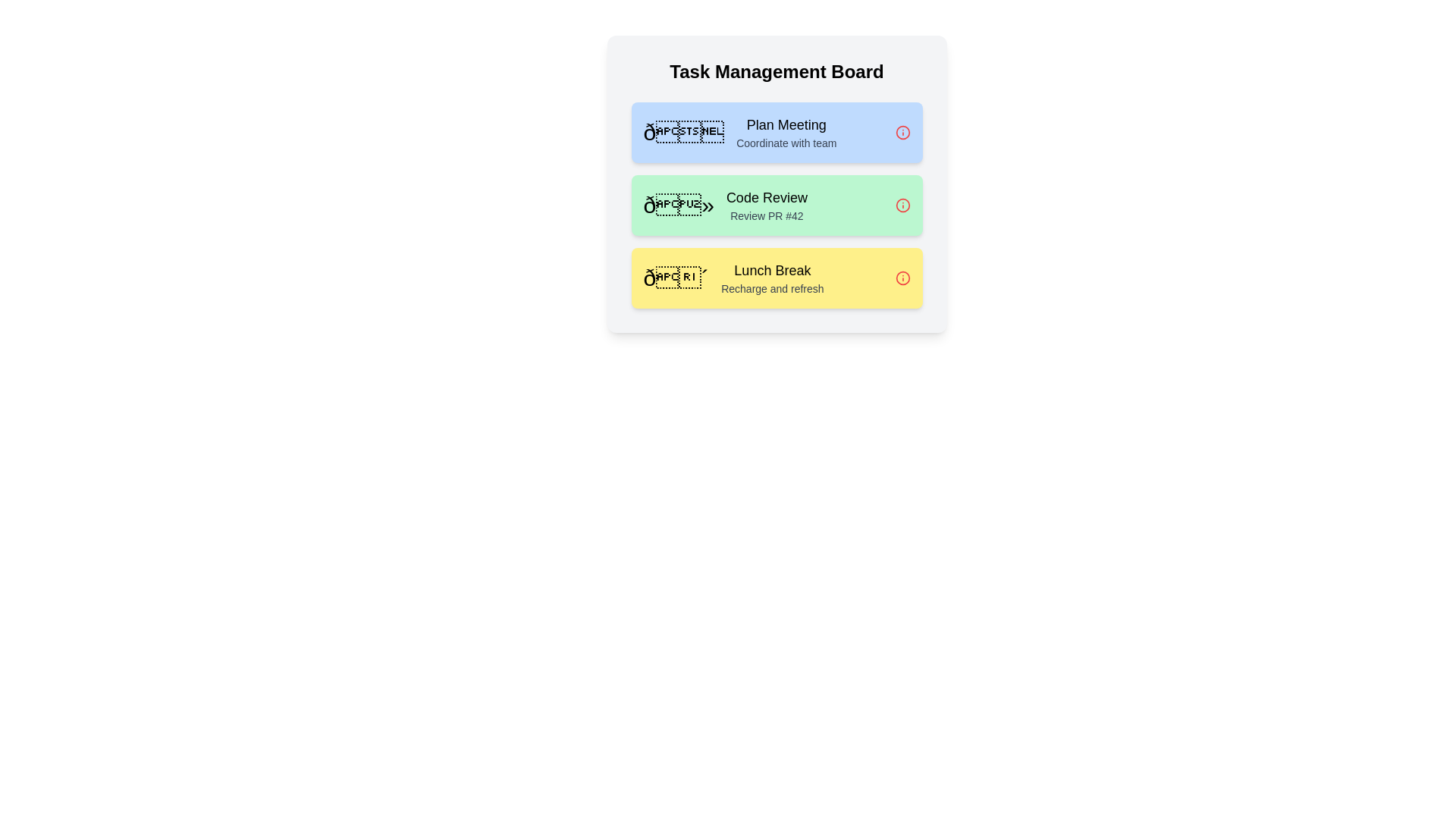 This screenshot has width=1456, height=819. I want to click on remove button on the task titled 'Code Review', so click(902, 205).